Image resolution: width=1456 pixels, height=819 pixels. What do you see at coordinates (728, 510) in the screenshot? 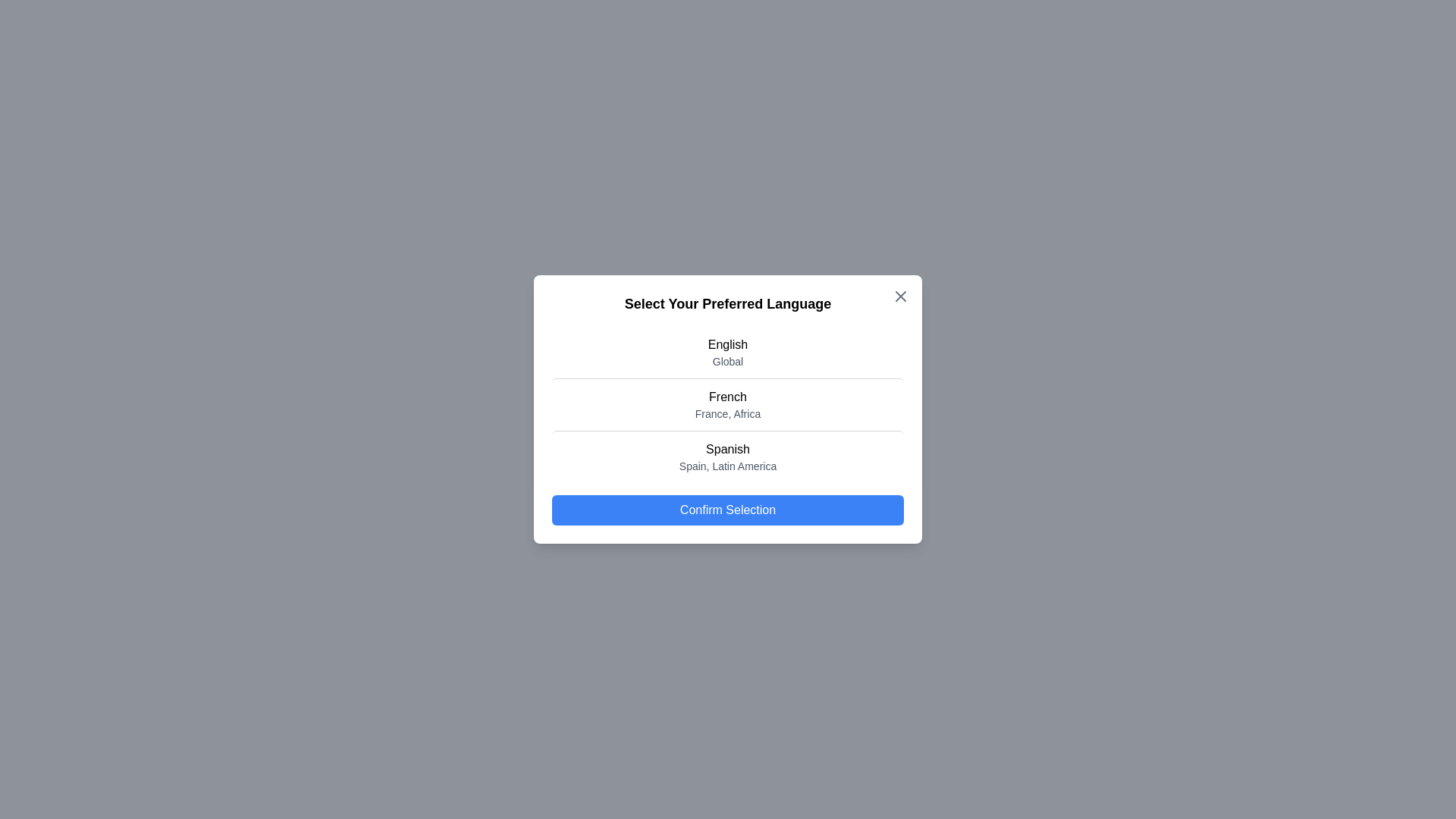
I see `'Confirm Selection' button to finalize the choice` at bounding box center [728, 510].